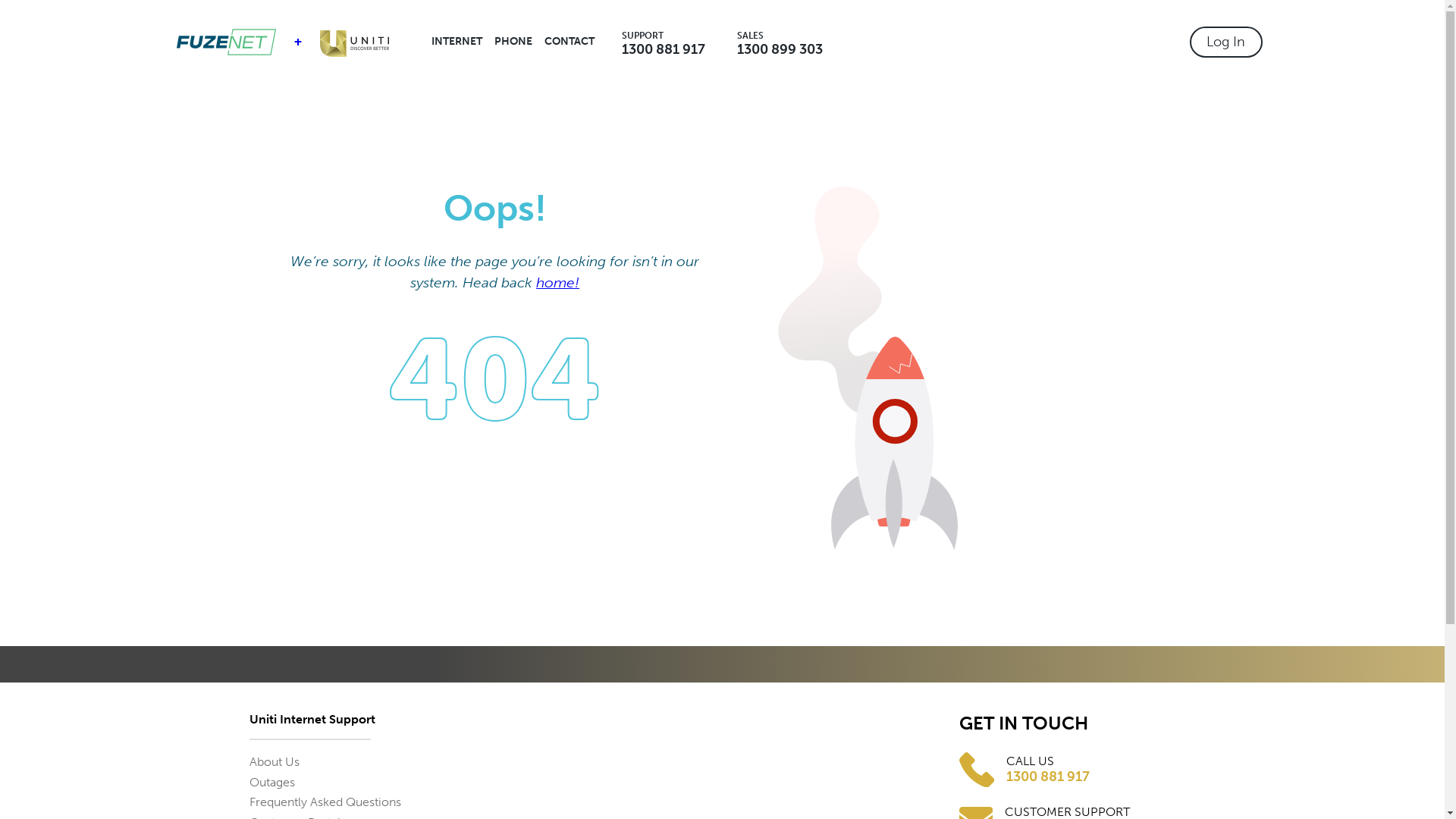 Image resolution: width=1456 pixels, height=819 pixels. Describe the element at coordinates (1047, 777) in the screenshot. I see `'1300 881 917'` at that location.